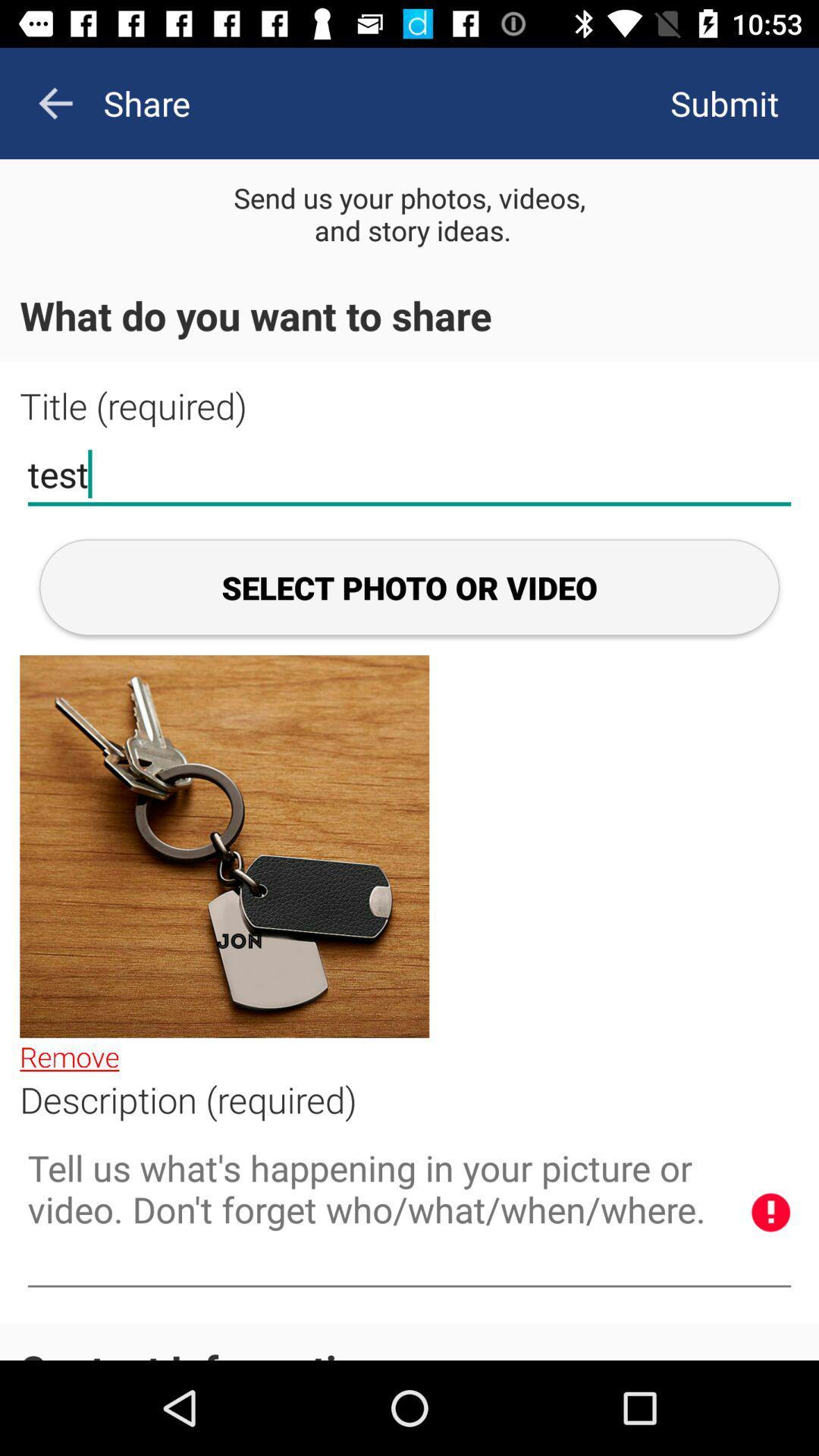 The width and height of the screenshot is (819, 1456). What do you see at coordinates (409, 1213) in the screenshot?
I see `information about photo in box` at bounding box center [409, 1213].